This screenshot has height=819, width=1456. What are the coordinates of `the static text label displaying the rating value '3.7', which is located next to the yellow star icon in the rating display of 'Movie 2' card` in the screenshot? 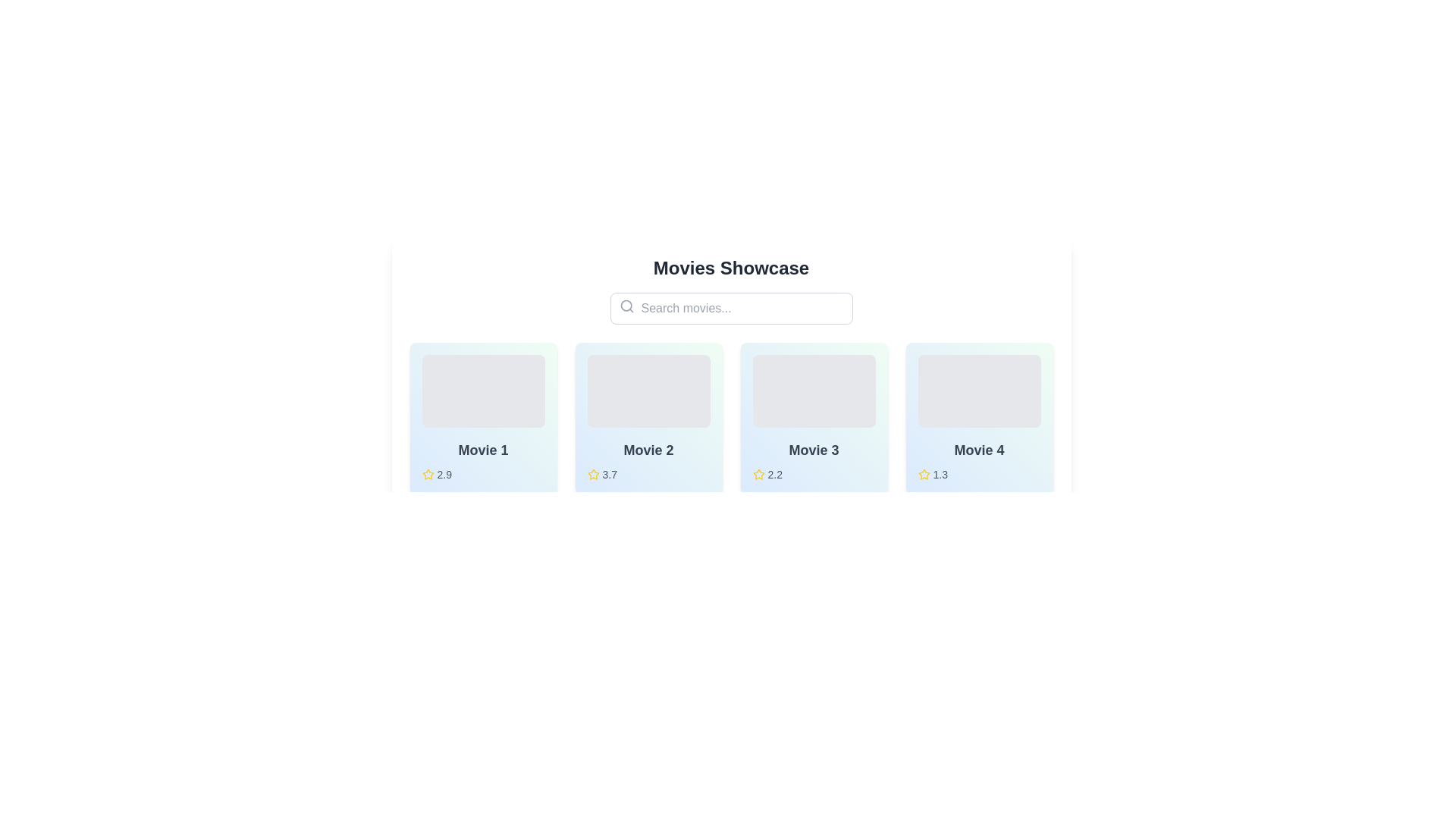 It's located at (610, 473).